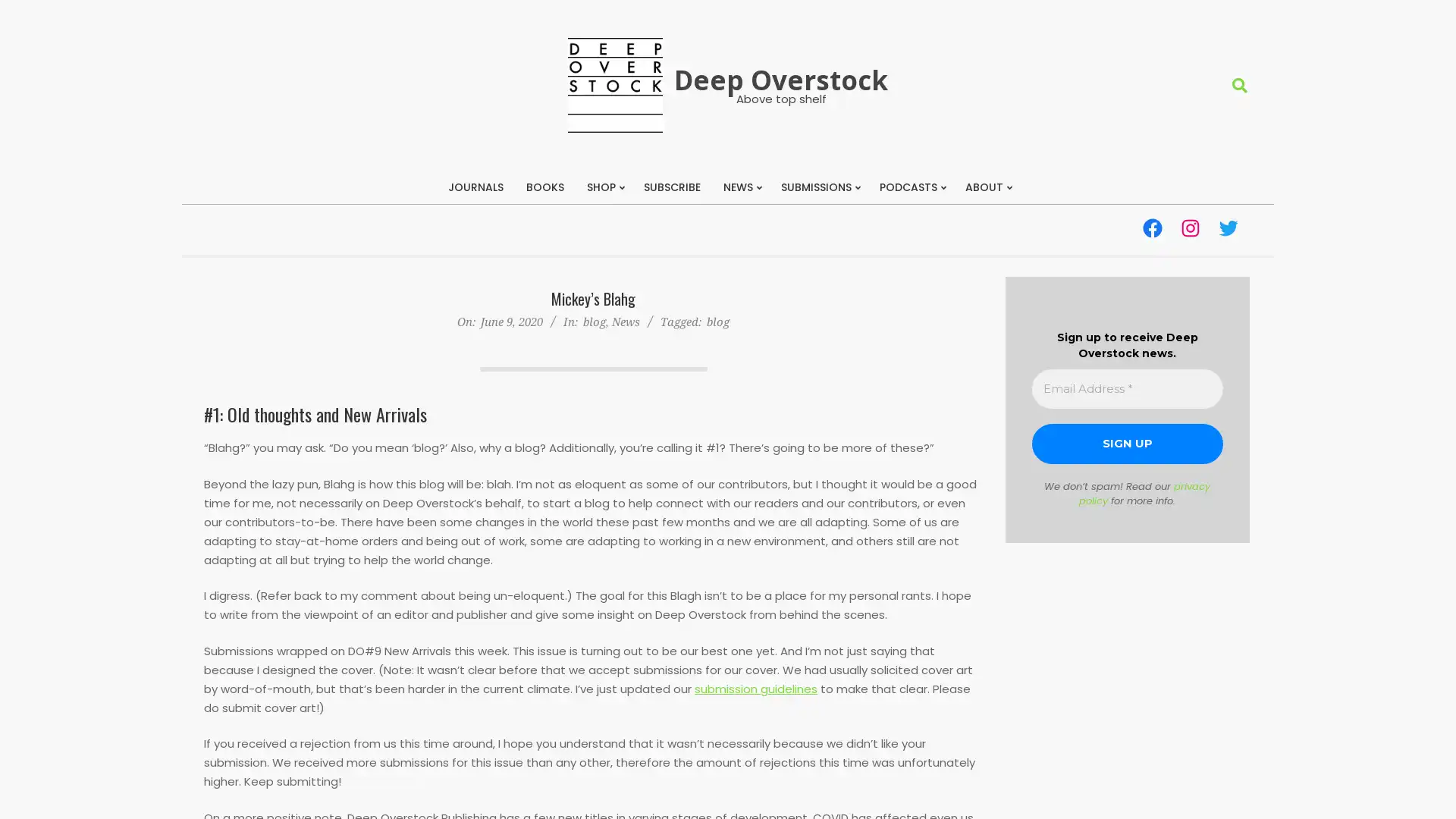  Describe the element at coordinates (1127, 444) in the screenshot. I see `Sign up` at that location.